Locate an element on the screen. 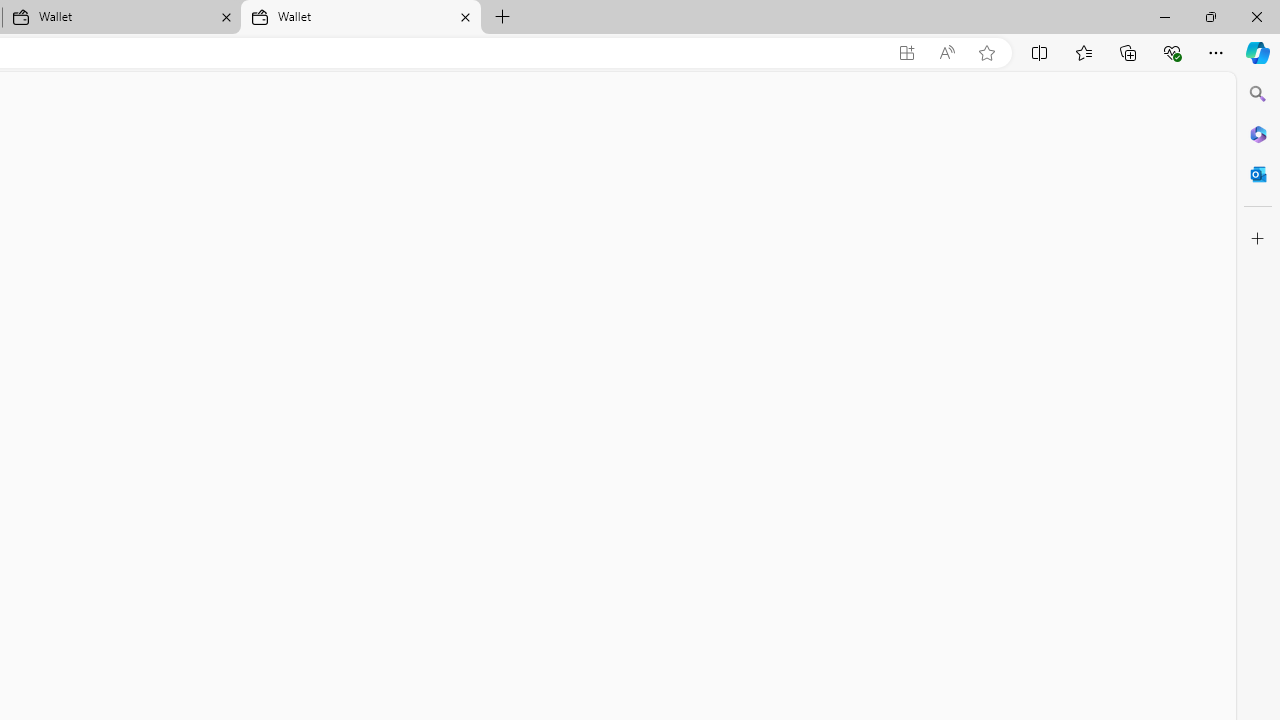 The image size is (1280, 720). 'App available. Install Microsoft Wallet' is located at coordinates (905, 52).